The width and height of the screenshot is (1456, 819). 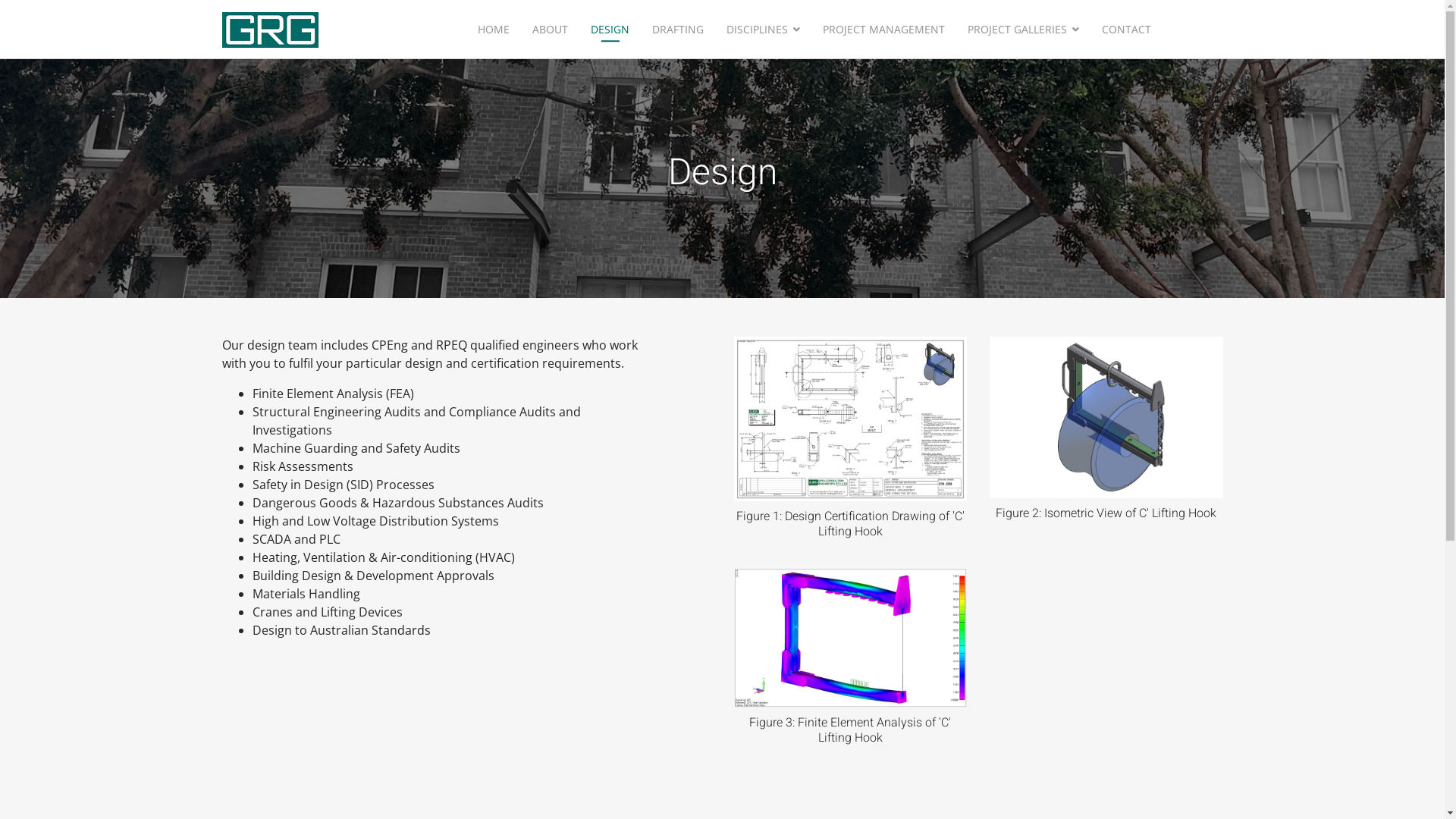 I want to click on 'PROJECT GALLERIES', so click(x=1023, y=29).